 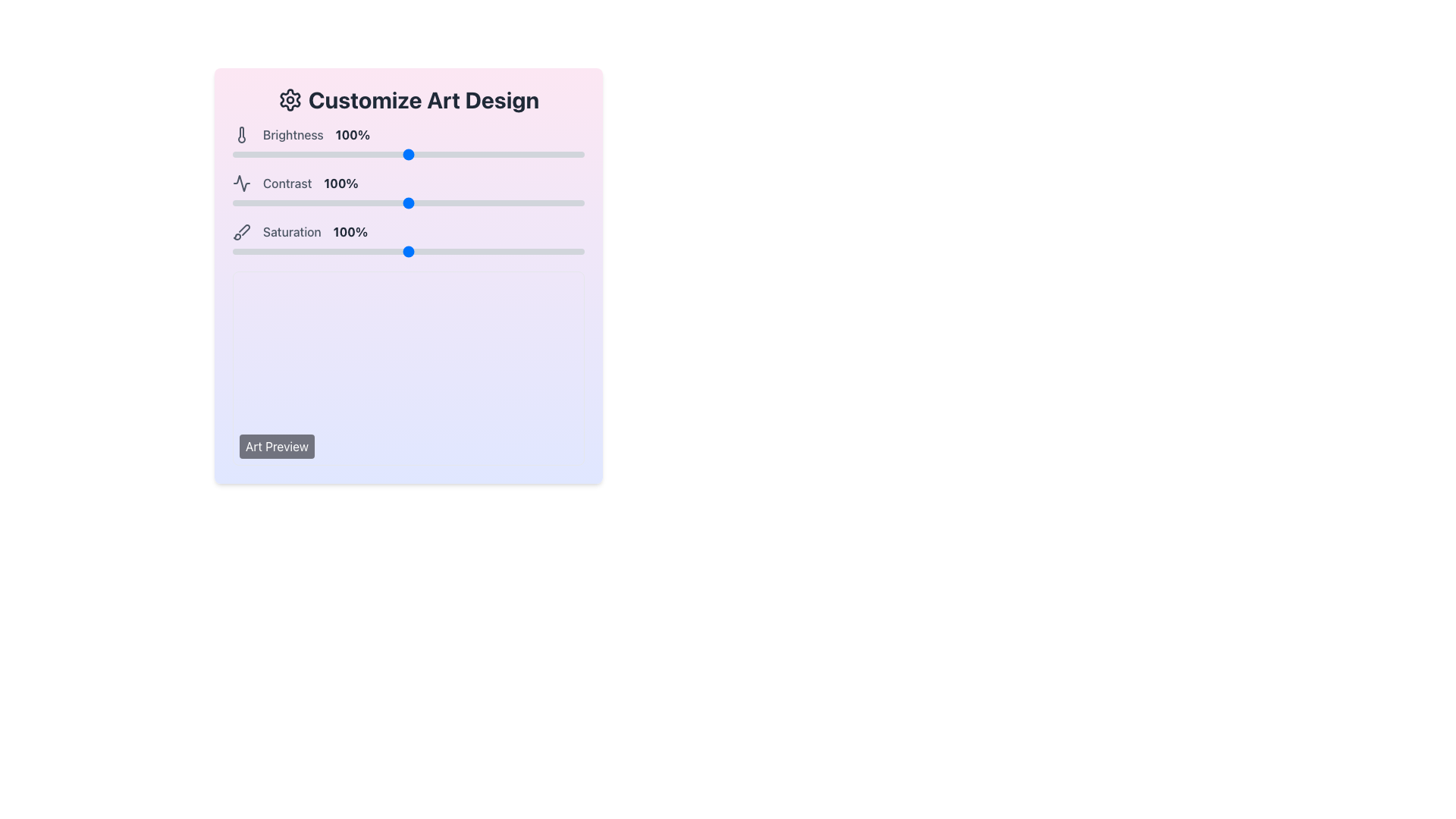 I want to click on the contrast level, so click(x=498, y=202).